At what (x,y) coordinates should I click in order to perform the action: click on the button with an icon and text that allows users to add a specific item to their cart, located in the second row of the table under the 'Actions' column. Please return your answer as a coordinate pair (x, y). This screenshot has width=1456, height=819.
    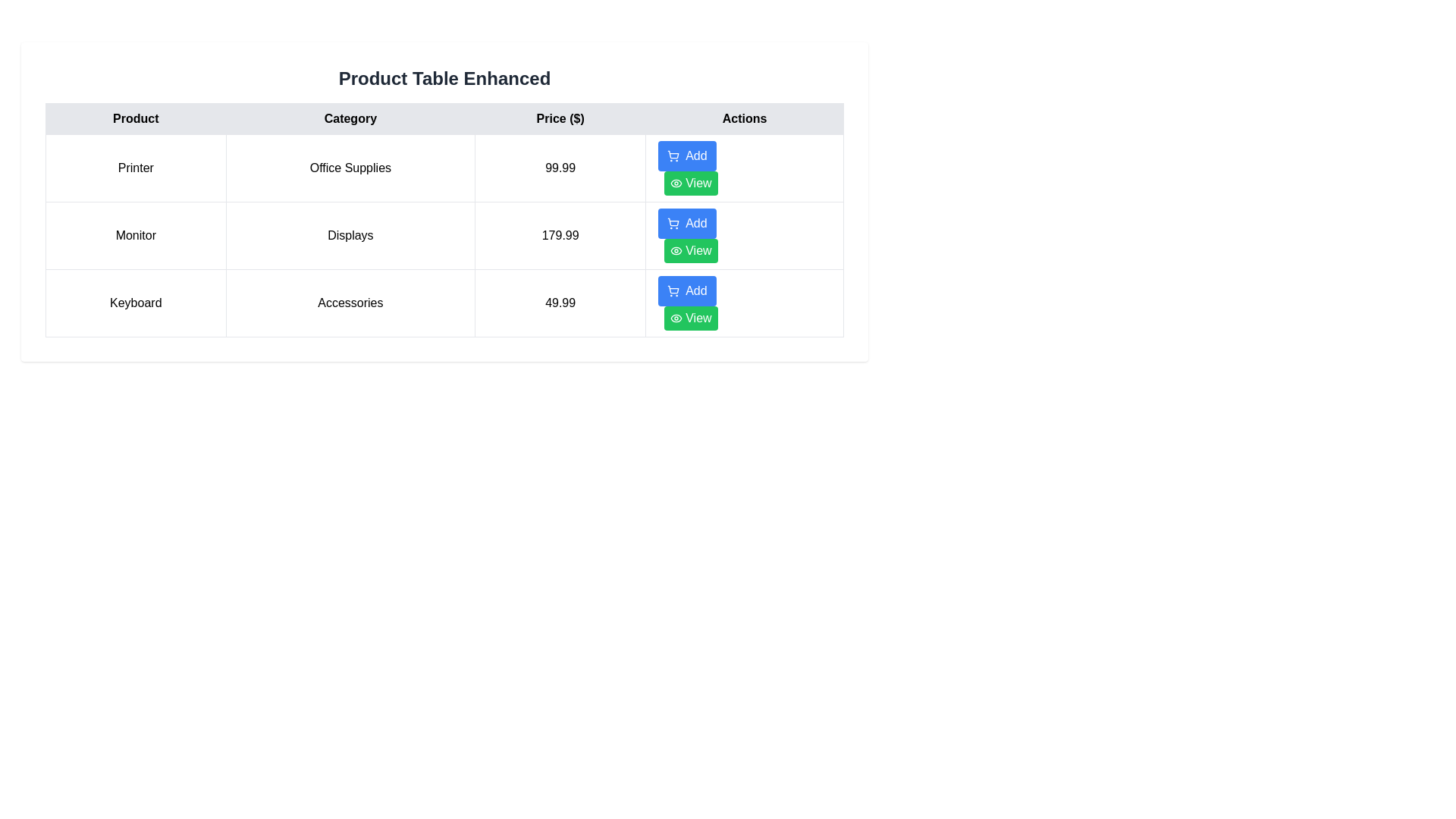
    Looking at the image, I should click on (686, 223).